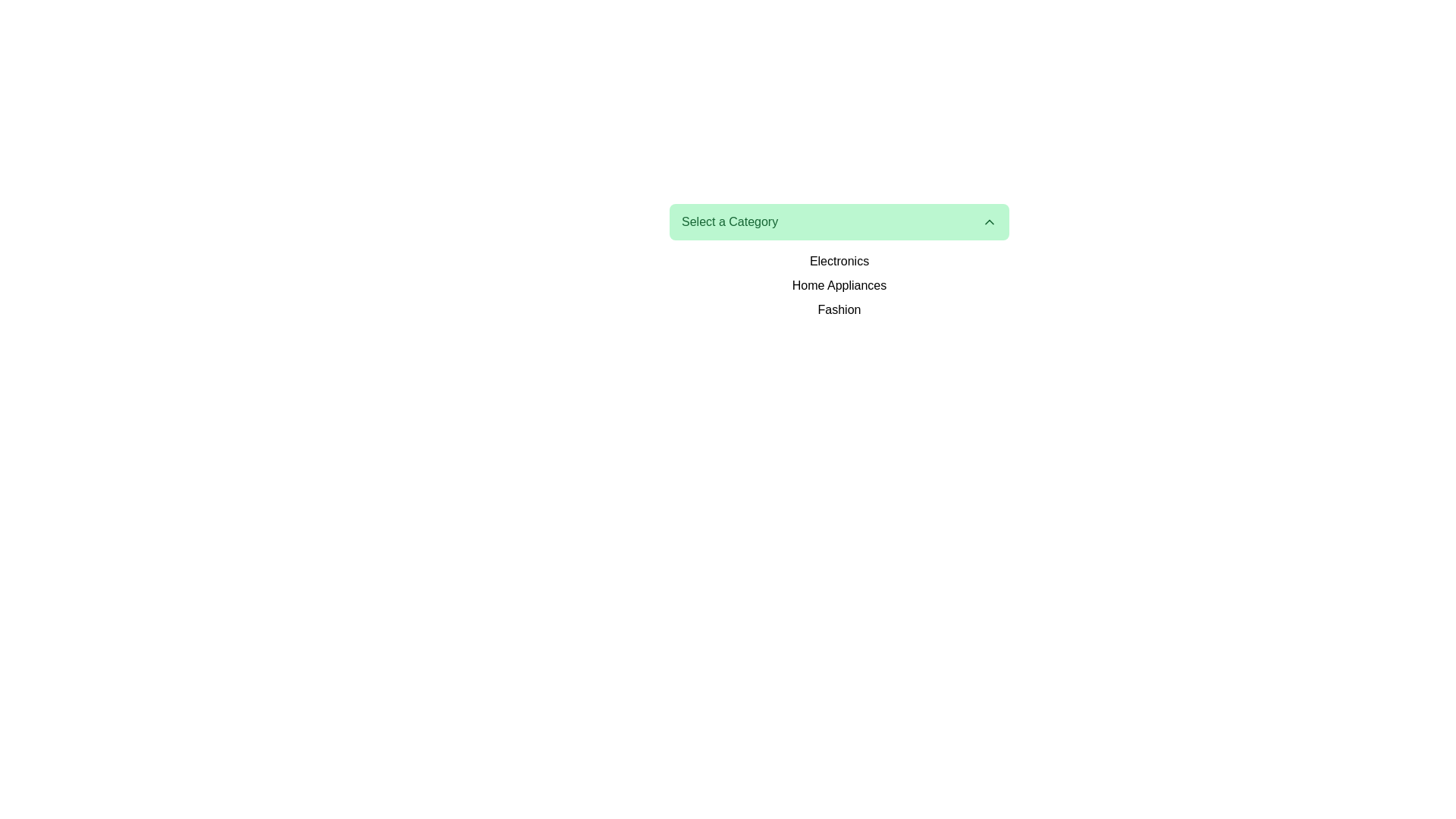 The width and height of the screenshot is (1456, 819). I want to click on the 'Fashion' category text label, which is the third item in the vertical list under the dropdown menu, following 'Electronics' and 'Home Appliances', so click(839, 309).